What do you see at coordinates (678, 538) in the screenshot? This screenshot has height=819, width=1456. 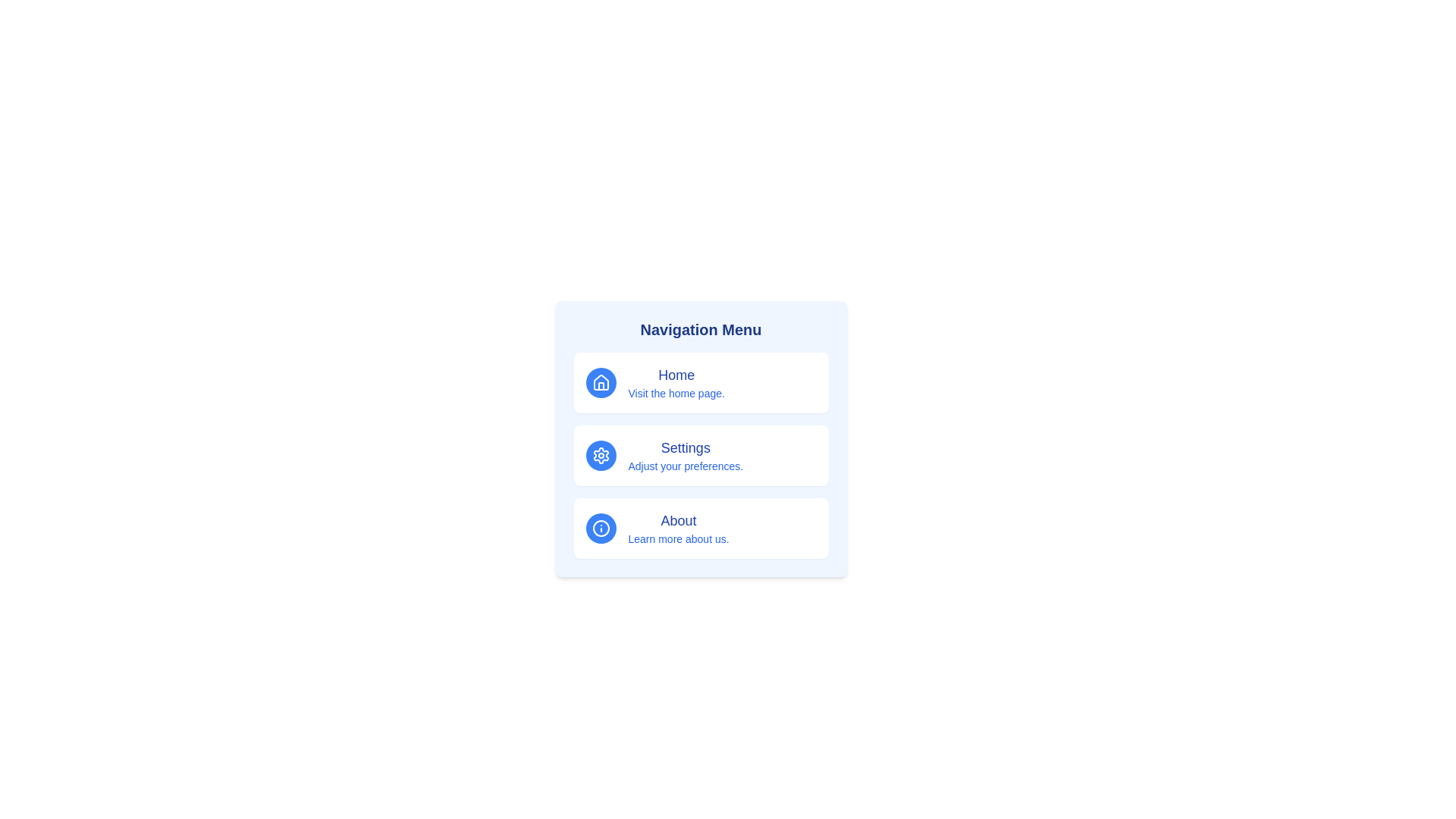 I see `the text element that reads 'Learn more about us.' located in the 'About' section of the navigation menu, which is styled with a small blue font` at bounding box center [678, 538].